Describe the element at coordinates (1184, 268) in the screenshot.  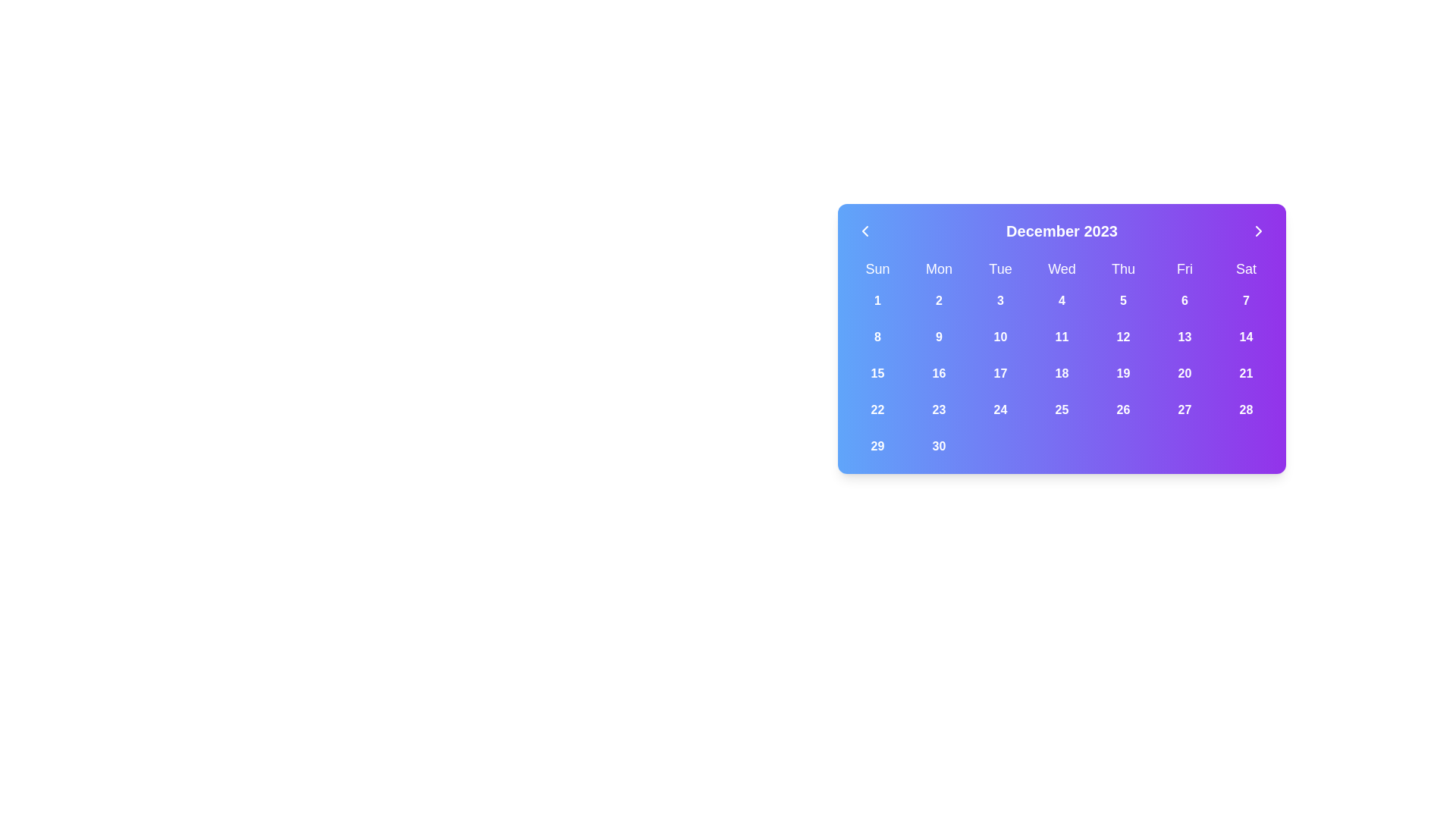
I see `the header text for the 'Friday' column in the calendar, which is located in the top row of the calendar component` at that location.